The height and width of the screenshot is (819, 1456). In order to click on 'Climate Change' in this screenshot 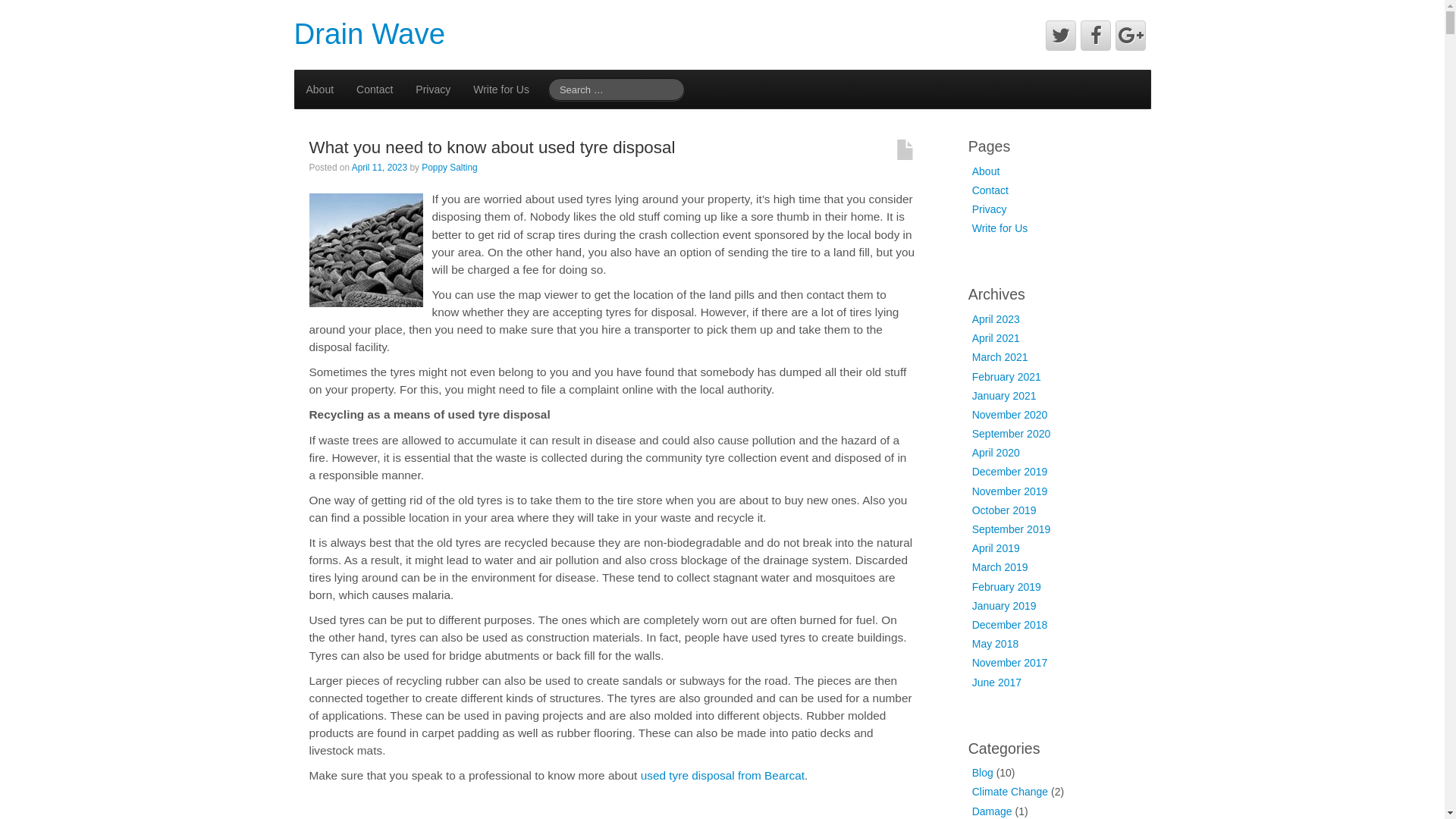, I will do `click(971, 791)`.